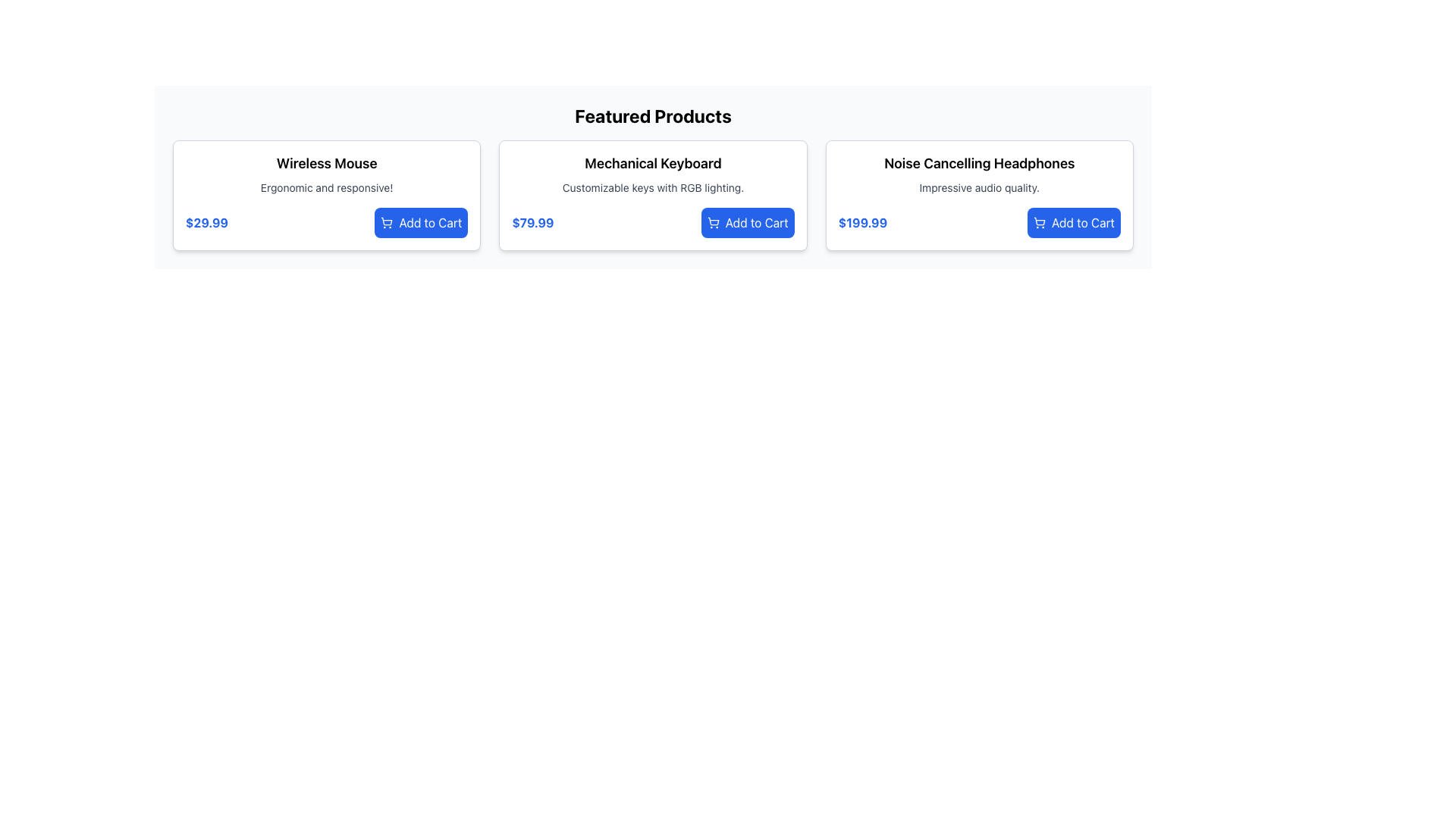 The image size is (1456, 819). Describe the element at coordinates (979, 164) in the screenshot. I see `the product title text located within the product card in the 'Featured Products' section to emphasize it` at that location.